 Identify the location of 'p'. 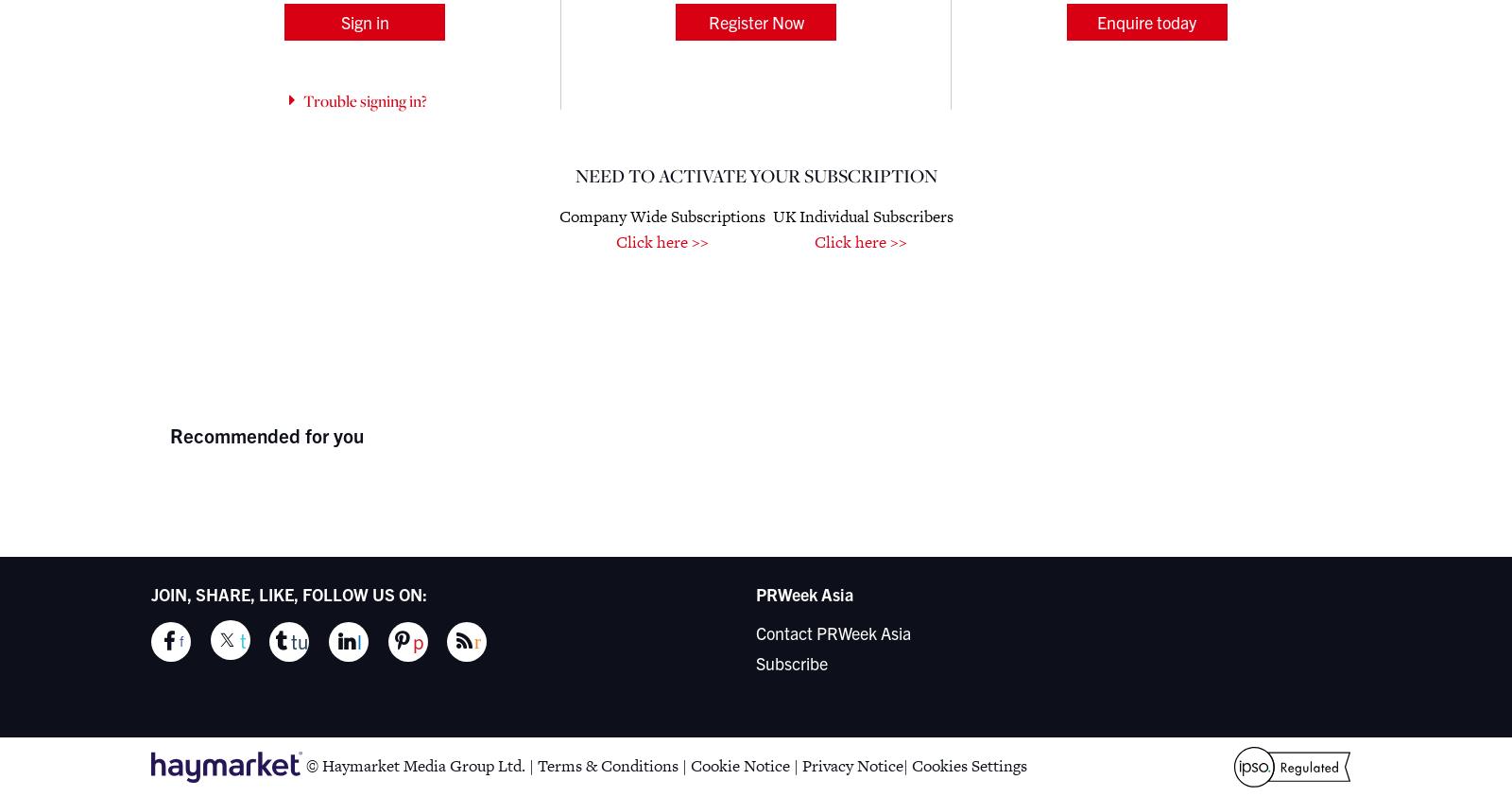
(416, 640).